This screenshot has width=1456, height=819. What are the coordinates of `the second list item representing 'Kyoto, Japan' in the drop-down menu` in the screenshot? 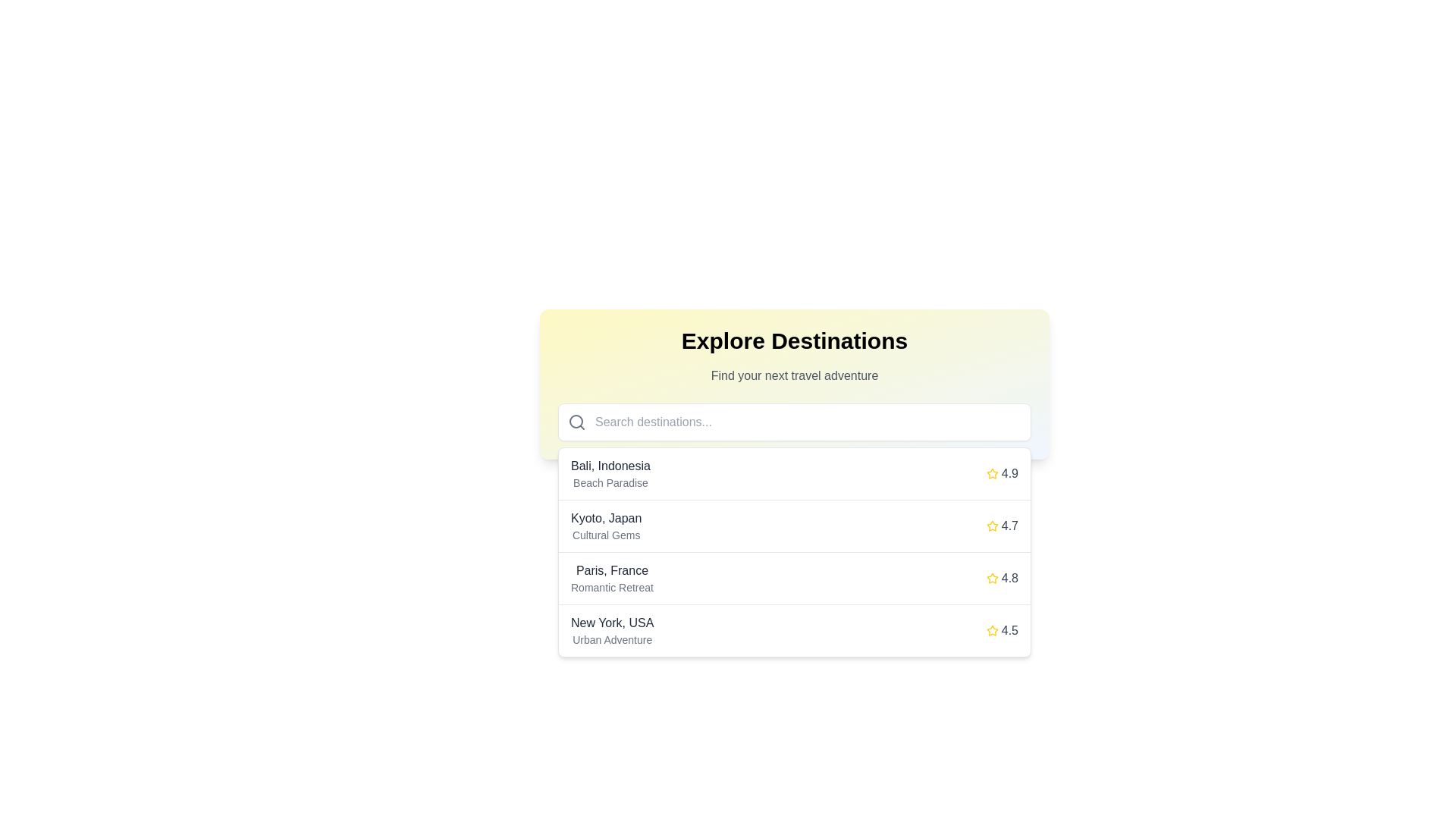 It's located at (793, 526).